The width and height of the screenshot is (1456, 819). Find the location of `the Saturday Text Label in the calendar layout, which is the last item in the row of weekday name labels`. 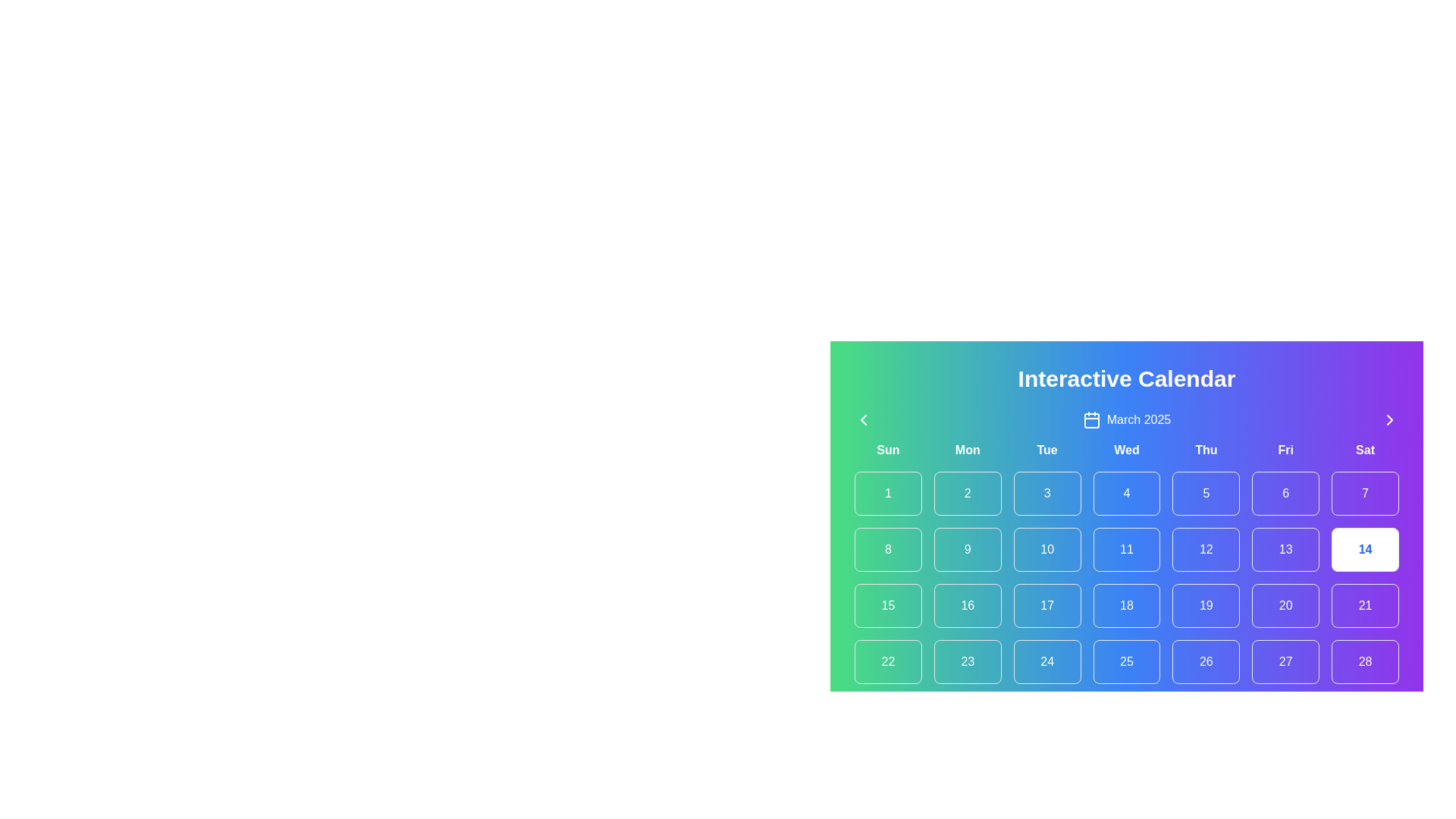

the Saturday Text Label in the calendar layout, which is the last item in the row of weekday name labels is located at coordinates (1365, 450).